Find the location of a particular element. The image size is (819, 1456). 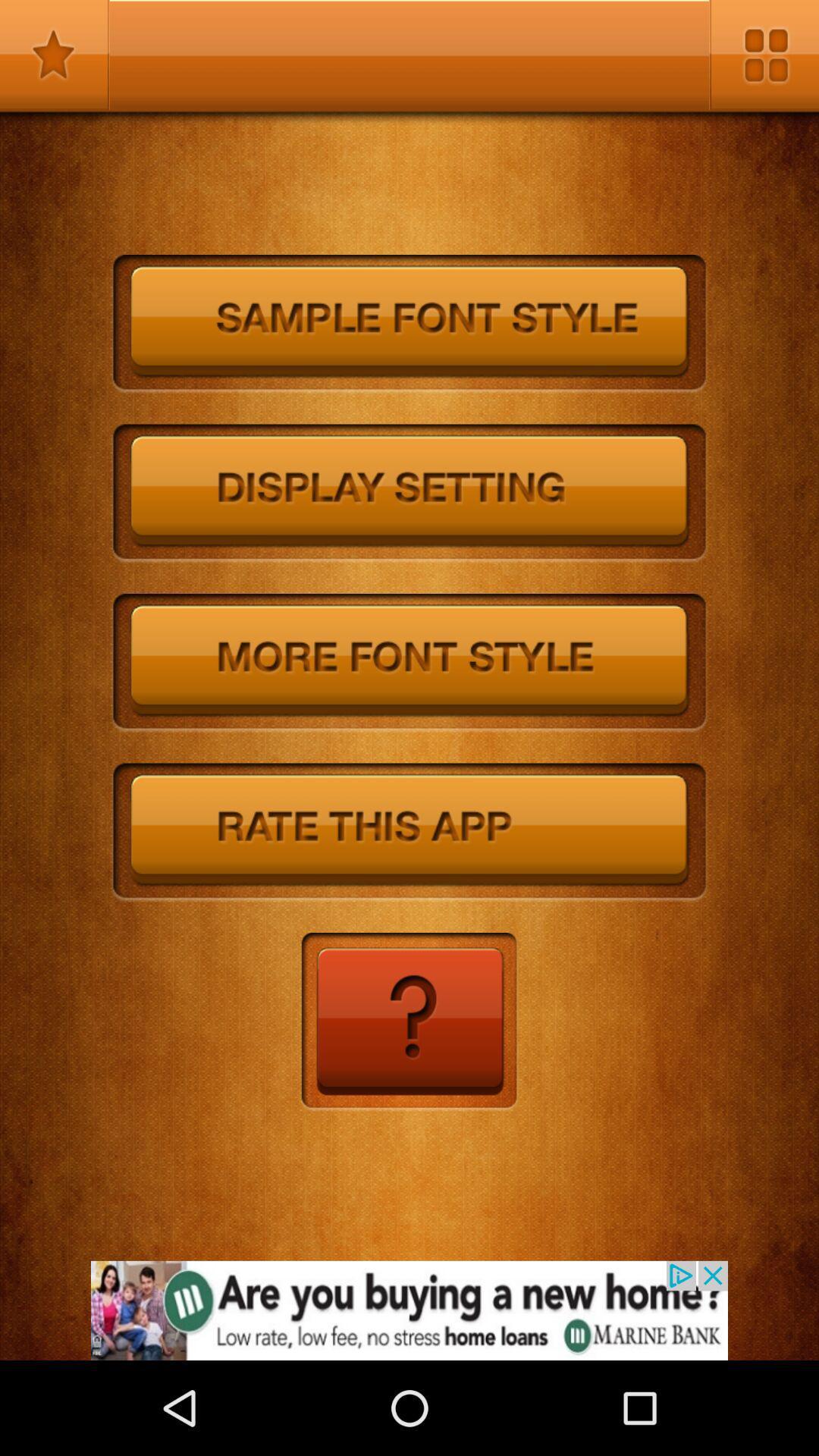

share the article is located at coordinates (409, 1310).